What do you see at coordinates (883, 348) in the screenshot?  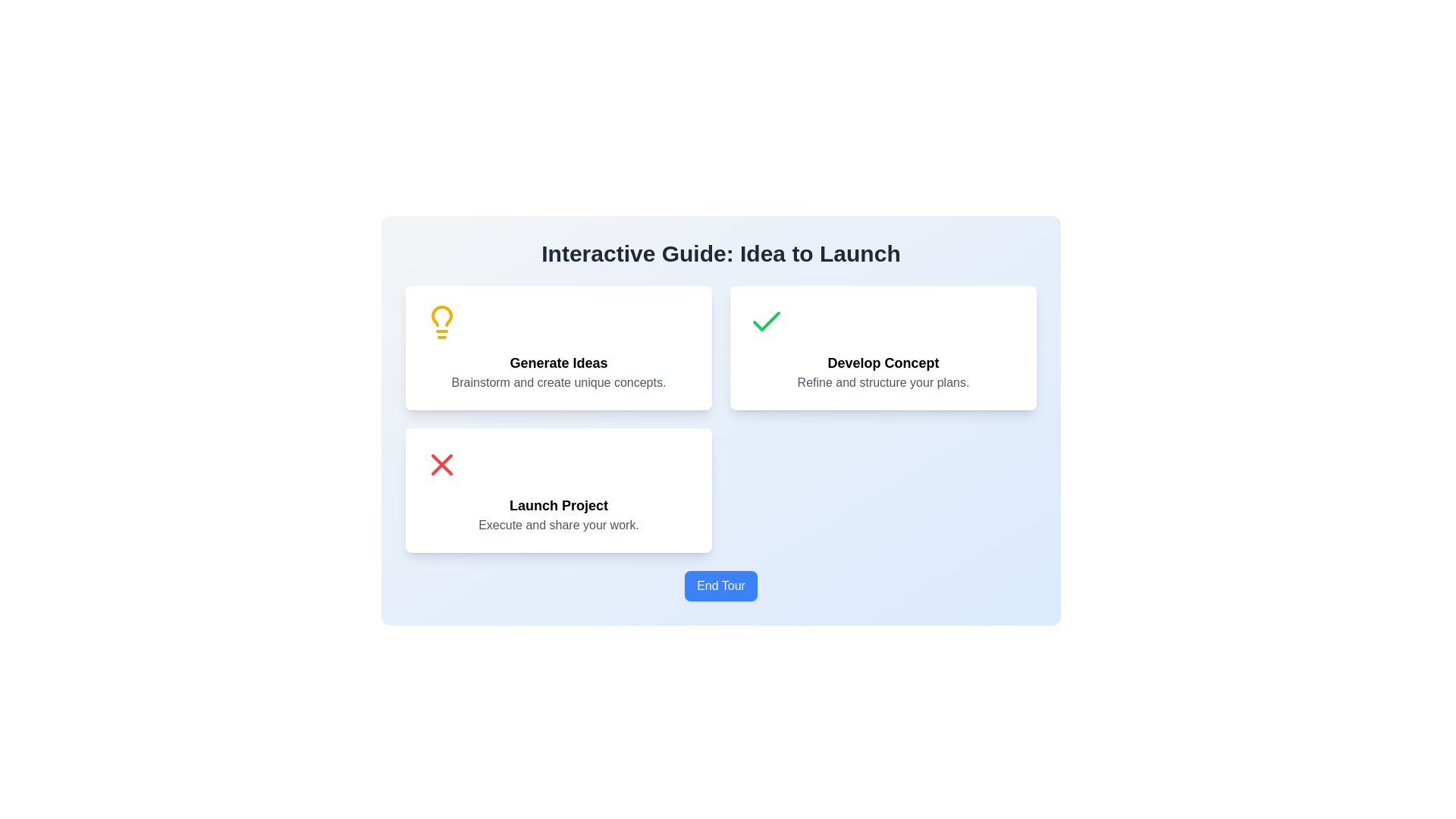 I see `details of the second card in the process guide, which focuses on the concept development phase` at bounding box center [883, 348].